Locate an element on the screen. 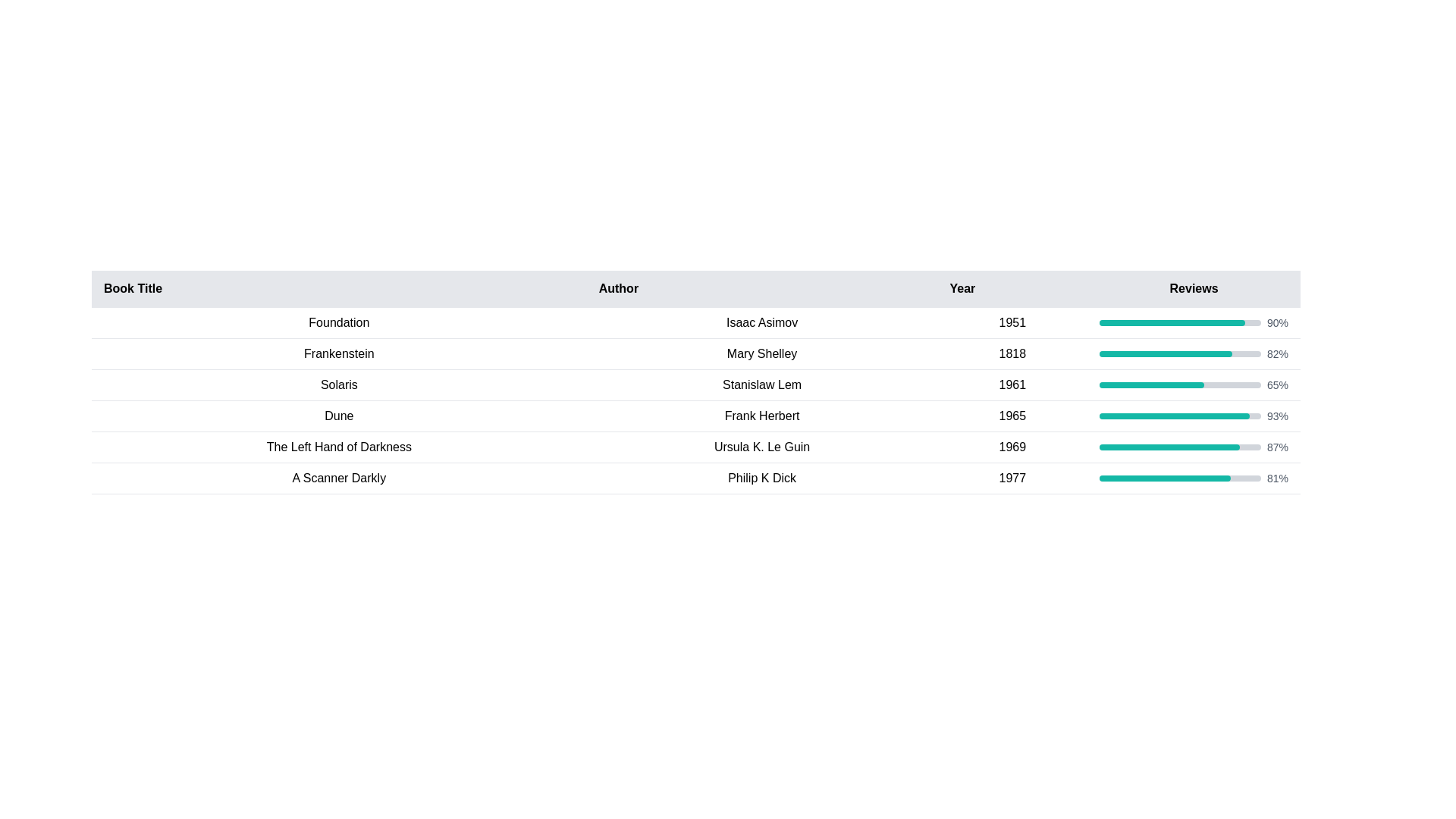 The height and width of the screenshot is (819, 1456). the static text element that displays the publication year of the book 'Foundation' by 'Isaac Asimov' located in the third column of the corresponding row in the table is located at coordinates (1012, 322).